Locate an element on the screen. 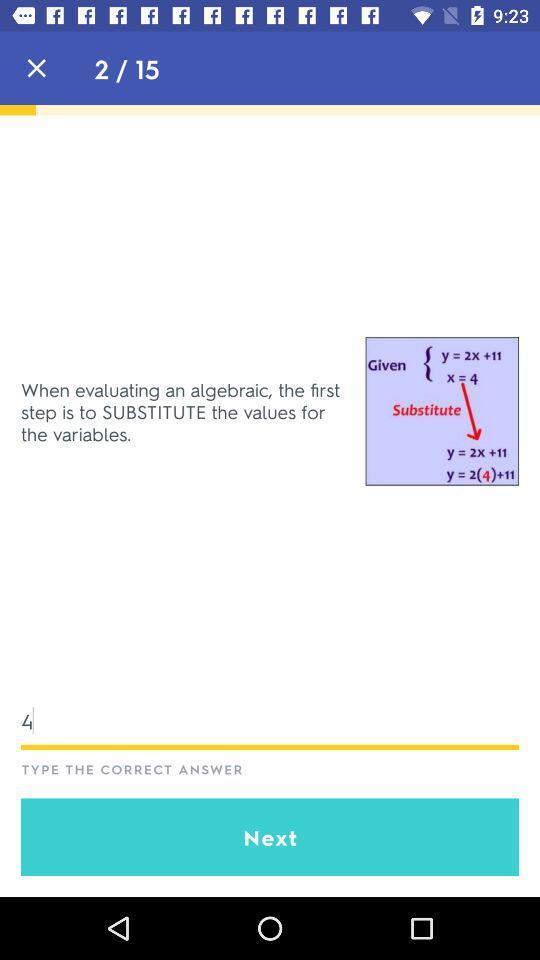  4 icon is located at coordinates (270, 720).